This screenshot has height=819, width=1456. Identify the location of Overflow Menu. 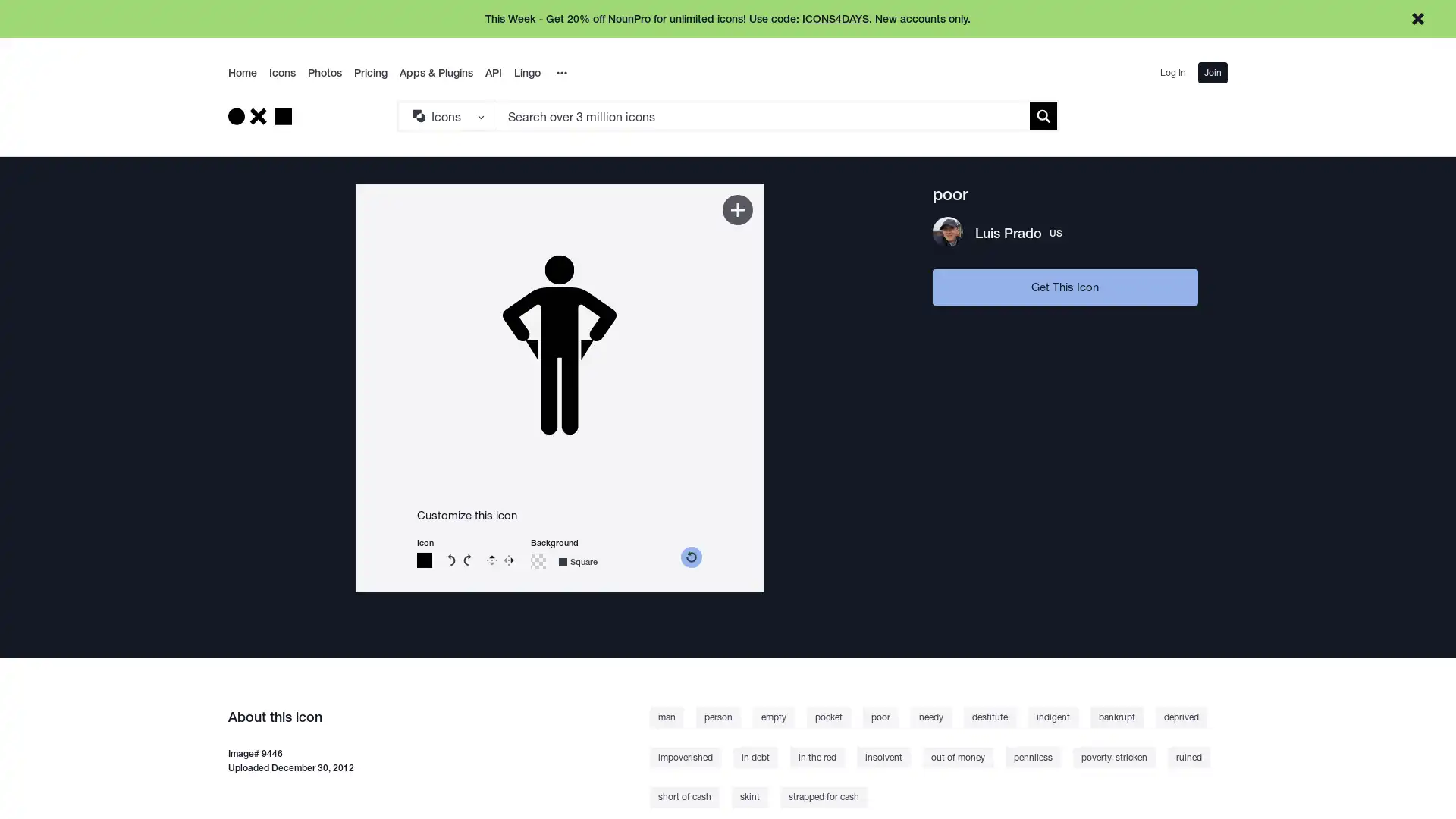
(560, 73).